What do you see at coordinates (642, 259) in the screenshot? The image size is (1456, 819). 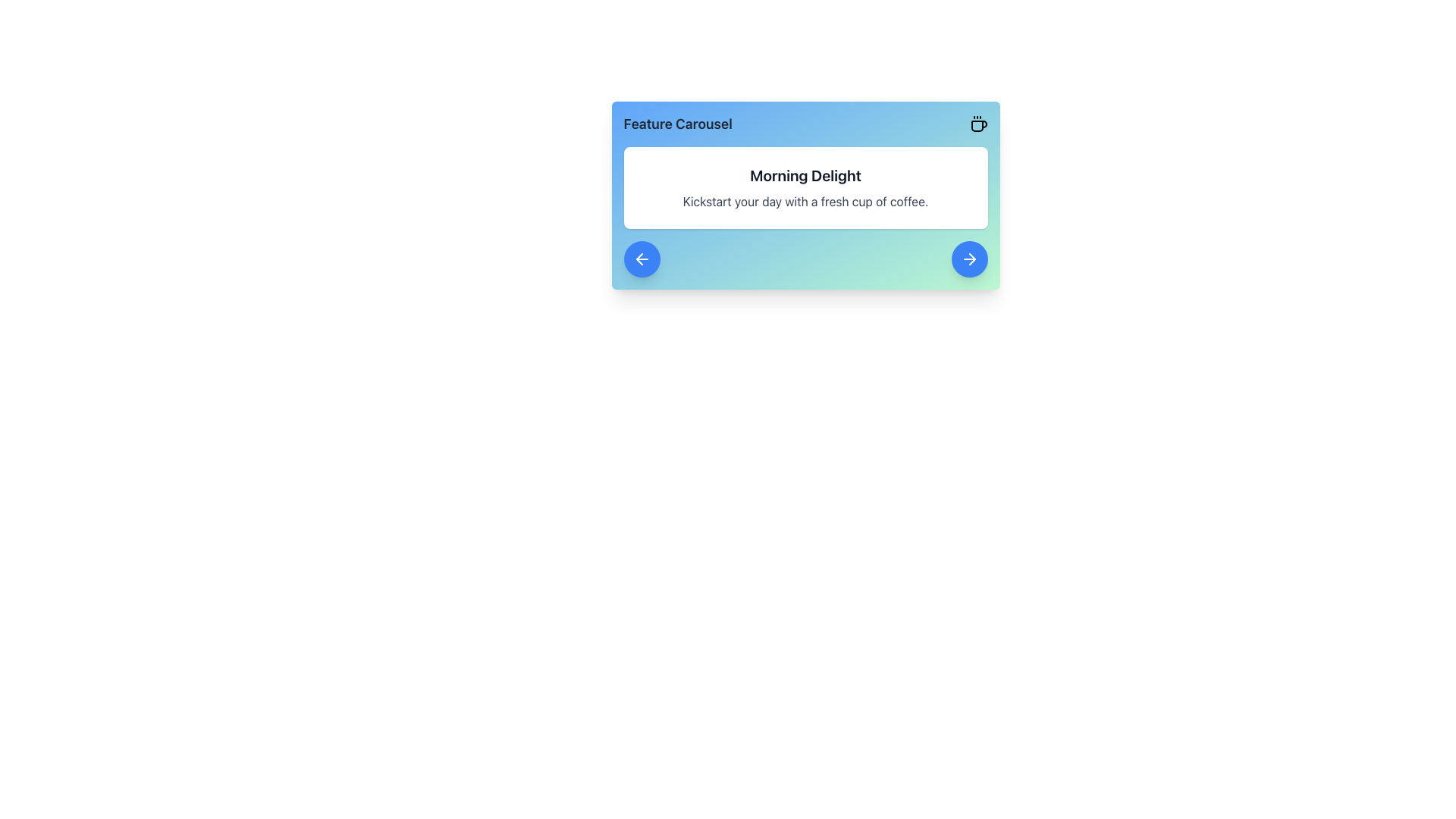 I see `the navigation arrow icon located within the blue circular button on the left side of the blue gradient card` at bounding box center [642, 259].